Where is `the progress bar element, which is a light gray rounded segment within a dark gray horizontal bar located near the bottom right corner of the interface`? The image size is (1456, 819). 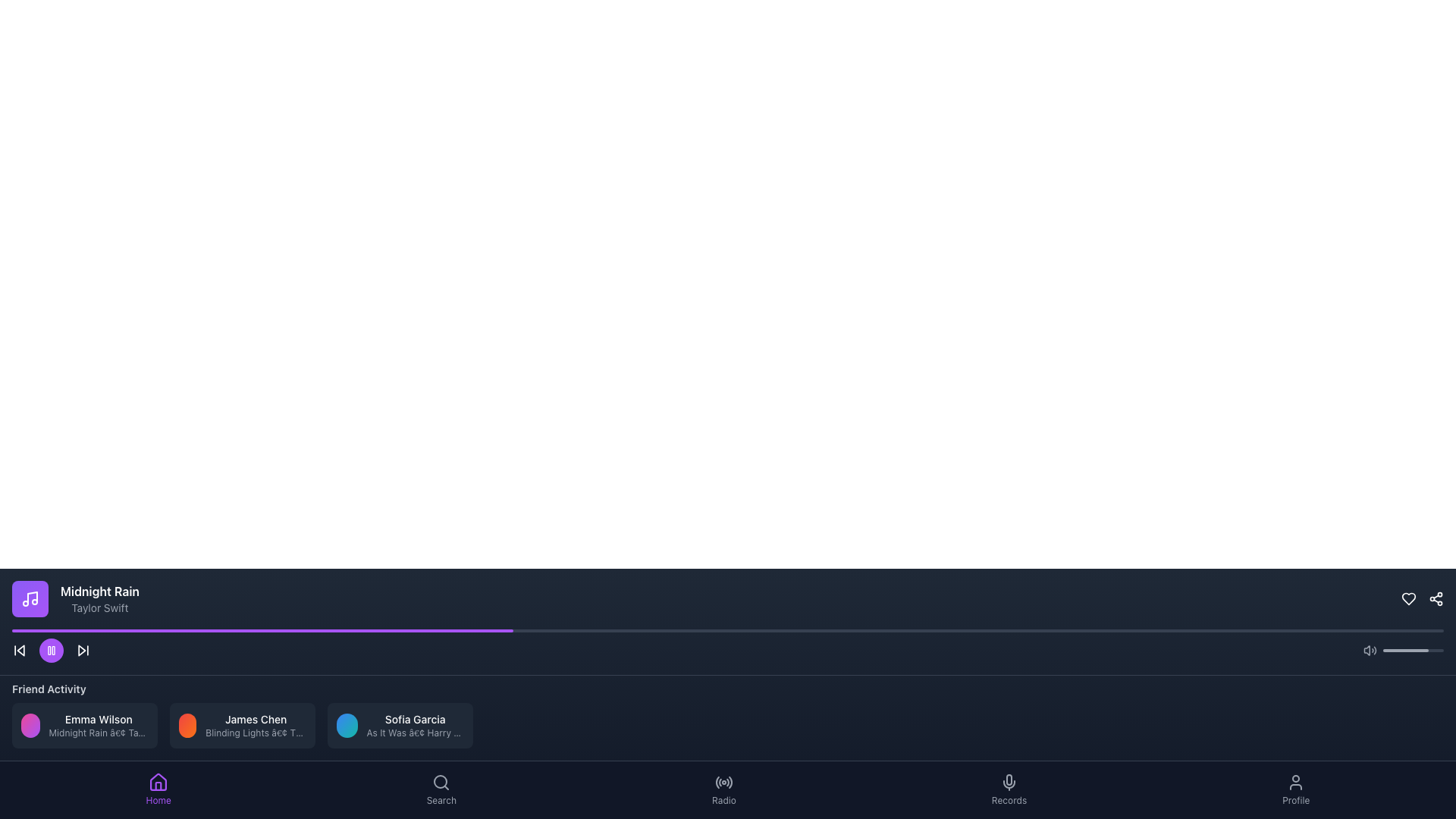 the progress bar element, which is a light gray rounded segment within a dark gray horizontal bar located near the bottom right corner of the interface is located at coordinates (1404, 649).